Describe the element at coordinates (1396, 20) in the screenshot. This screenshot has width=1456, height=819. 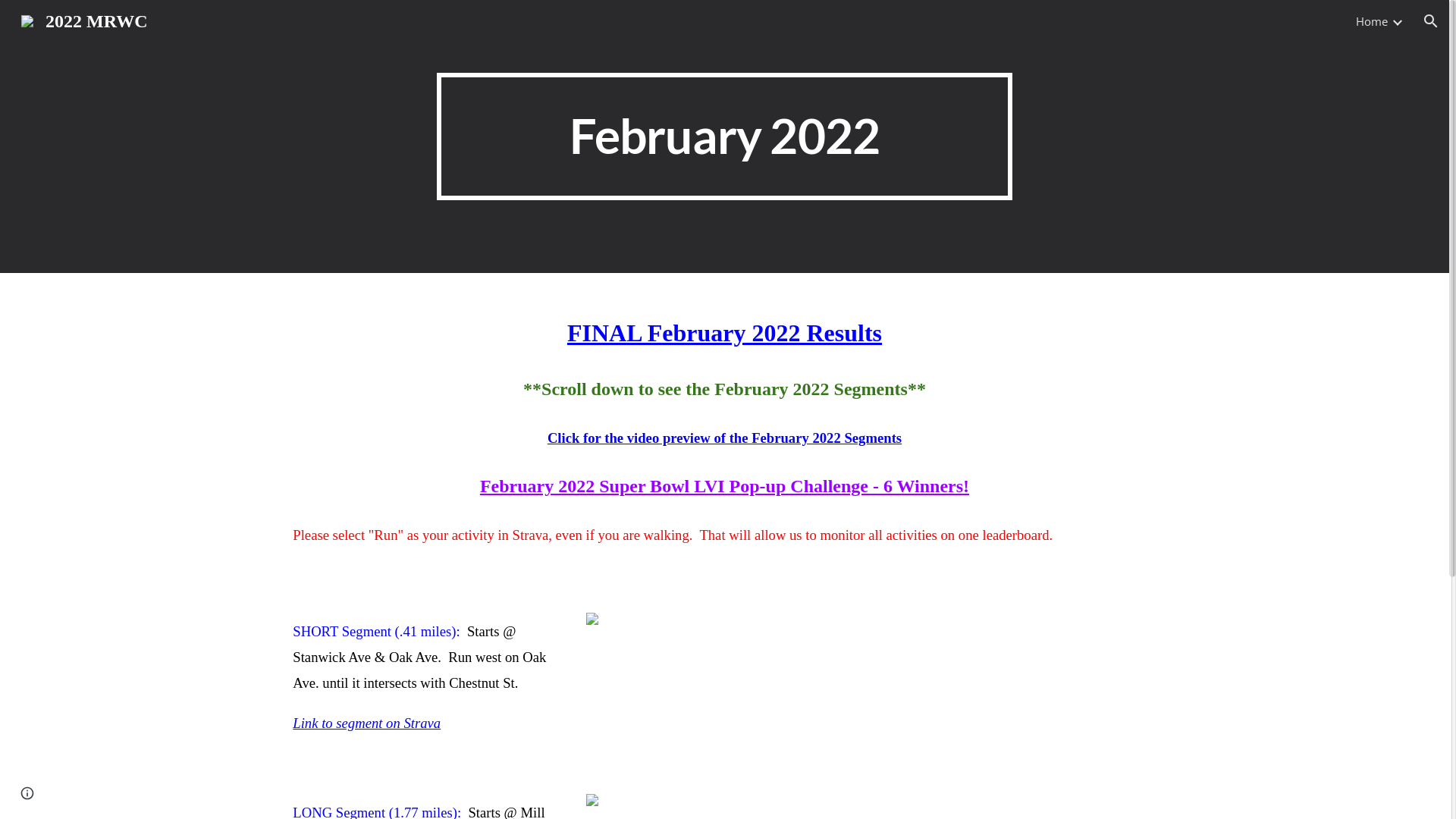
I see `'Expand/Collapse'` at that location.